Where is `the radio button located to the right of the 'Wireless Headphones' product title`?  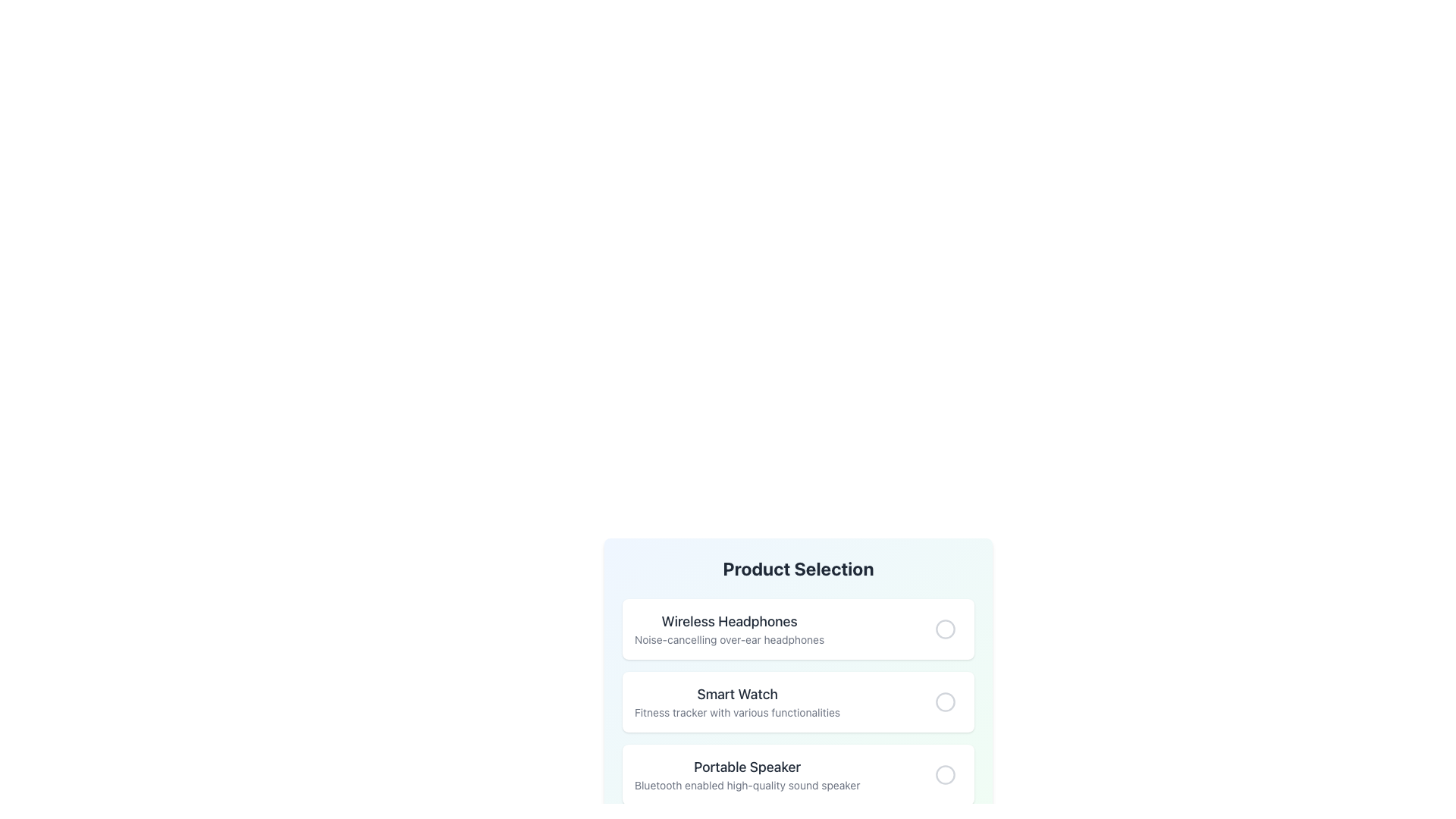 the radio button located to the right of the 'Wireless Headphones' product title is located at coordinates (945, 629).